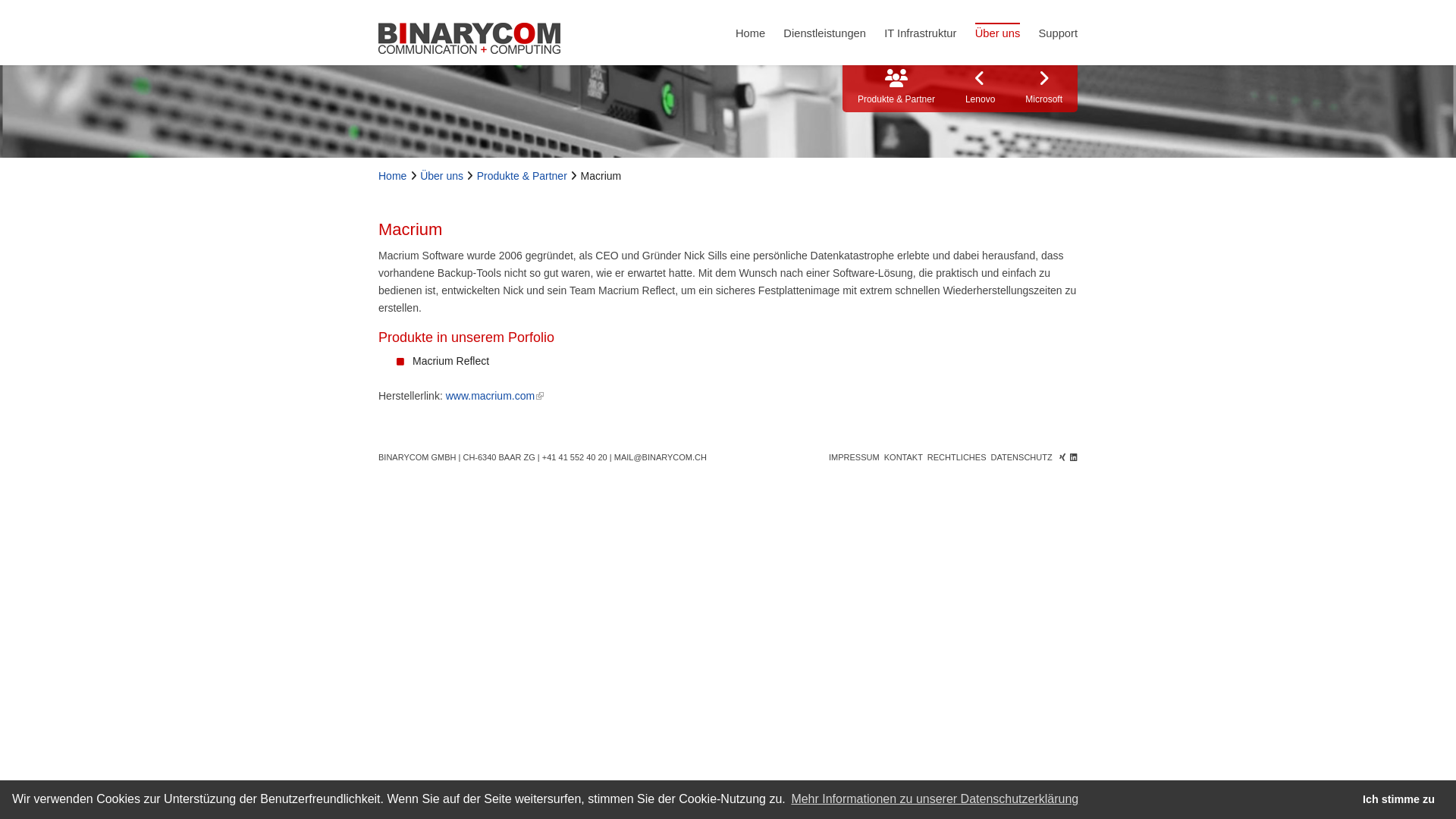 The image size is (1456, 819). Describe the element at coordinates (884, 456) in the screenshot. I see `'KONTAKT'` at that location.